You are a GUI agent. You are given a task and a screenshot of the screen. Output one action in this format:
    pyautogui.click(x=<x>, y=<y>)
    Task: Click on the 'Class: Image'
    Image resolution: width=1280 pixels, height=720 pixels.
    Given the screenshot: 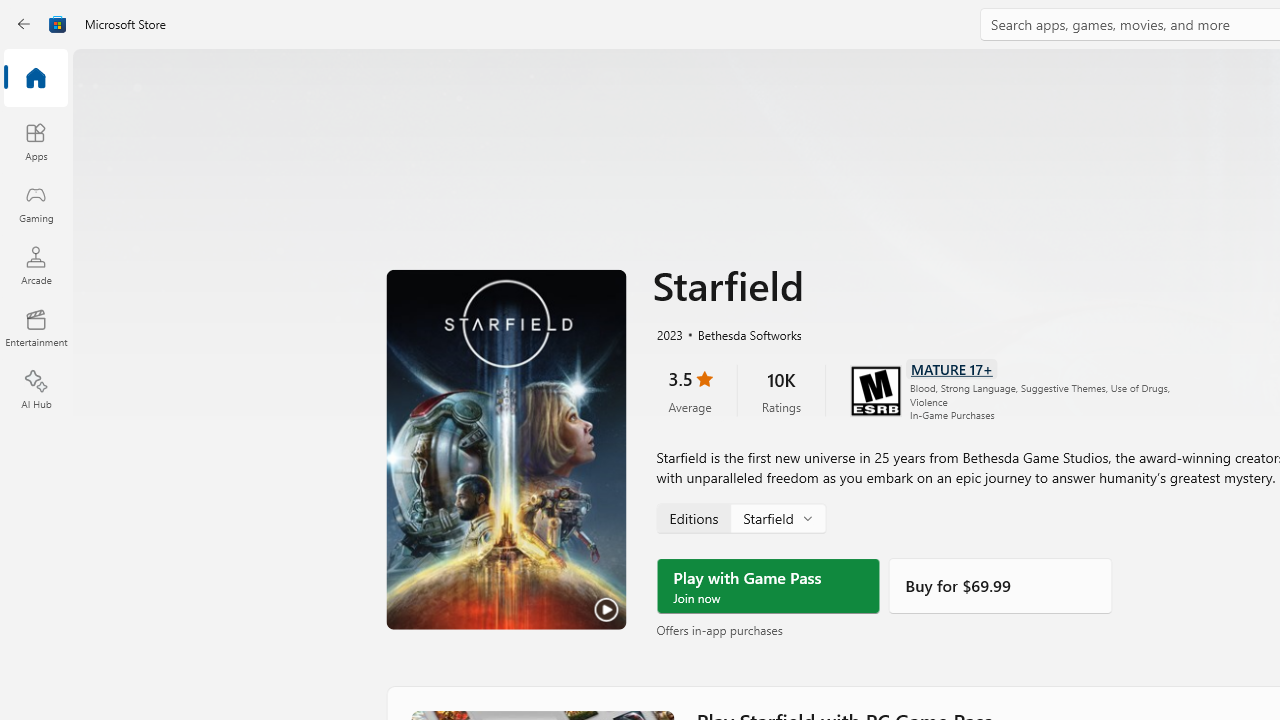 What is the action you would take?
    pyautogui.click(x=58, y=24)
    